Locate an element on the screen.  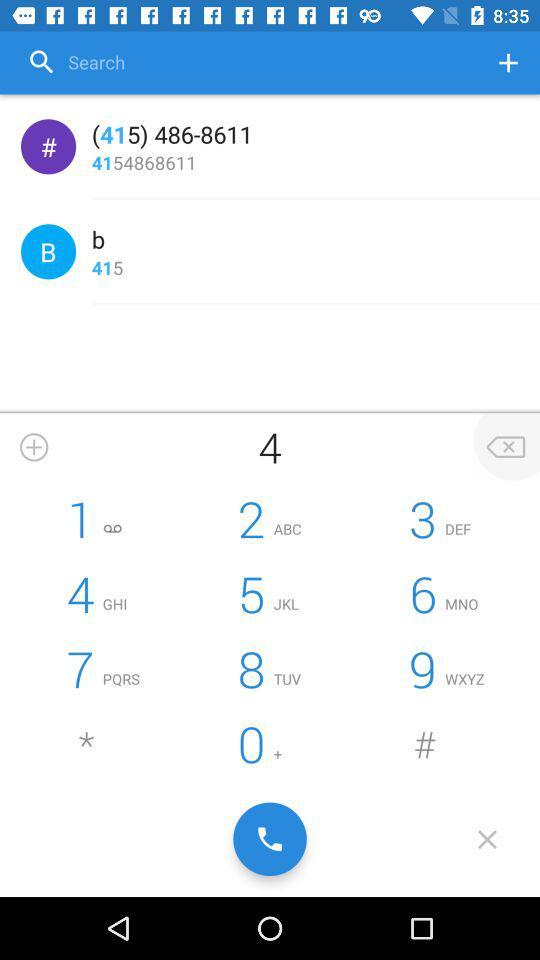
backspace is located at coordinates (504, 447).